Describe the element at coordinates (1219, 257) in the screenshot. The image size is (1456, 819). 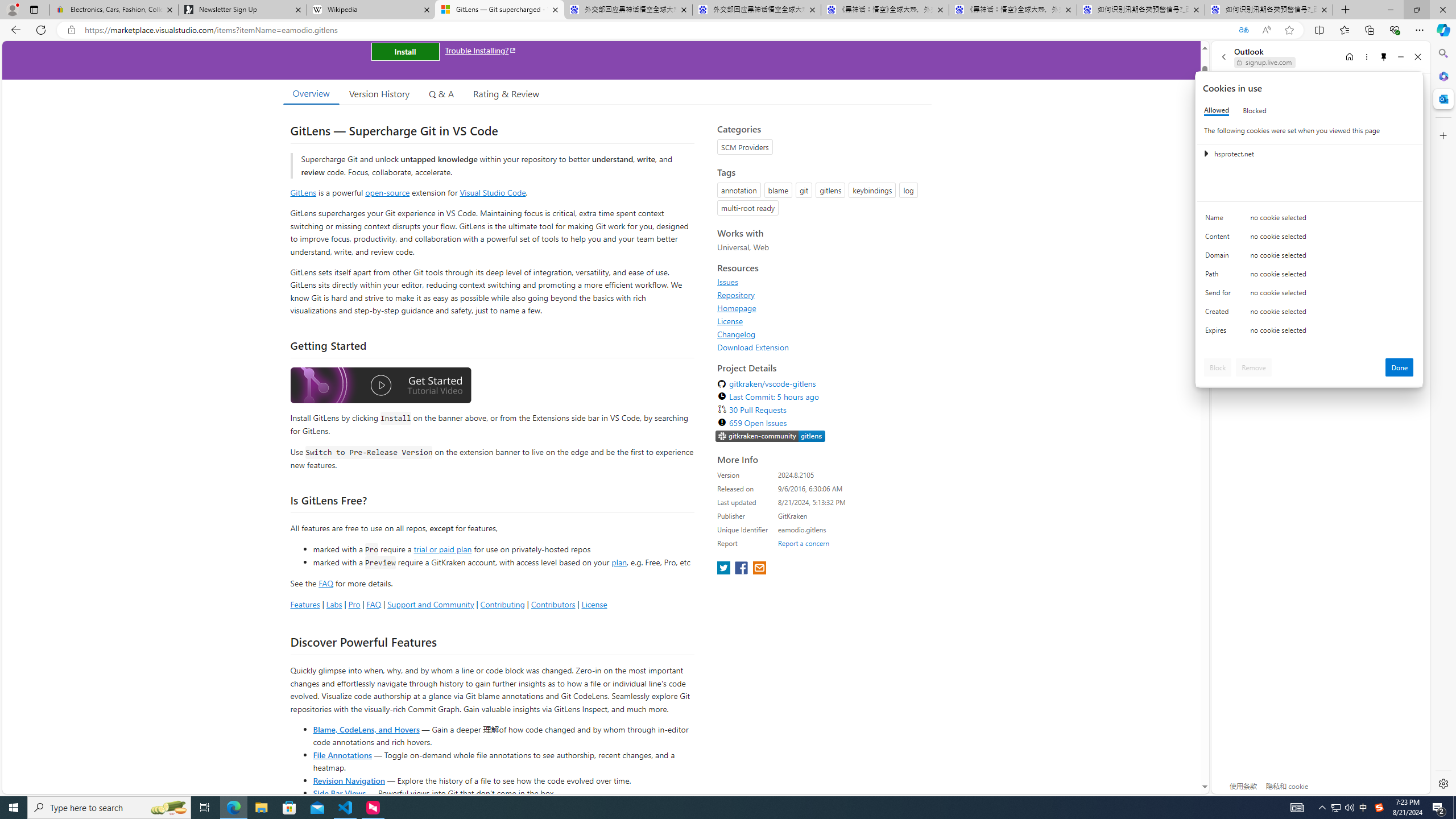
I see `'Domain'` at that location.